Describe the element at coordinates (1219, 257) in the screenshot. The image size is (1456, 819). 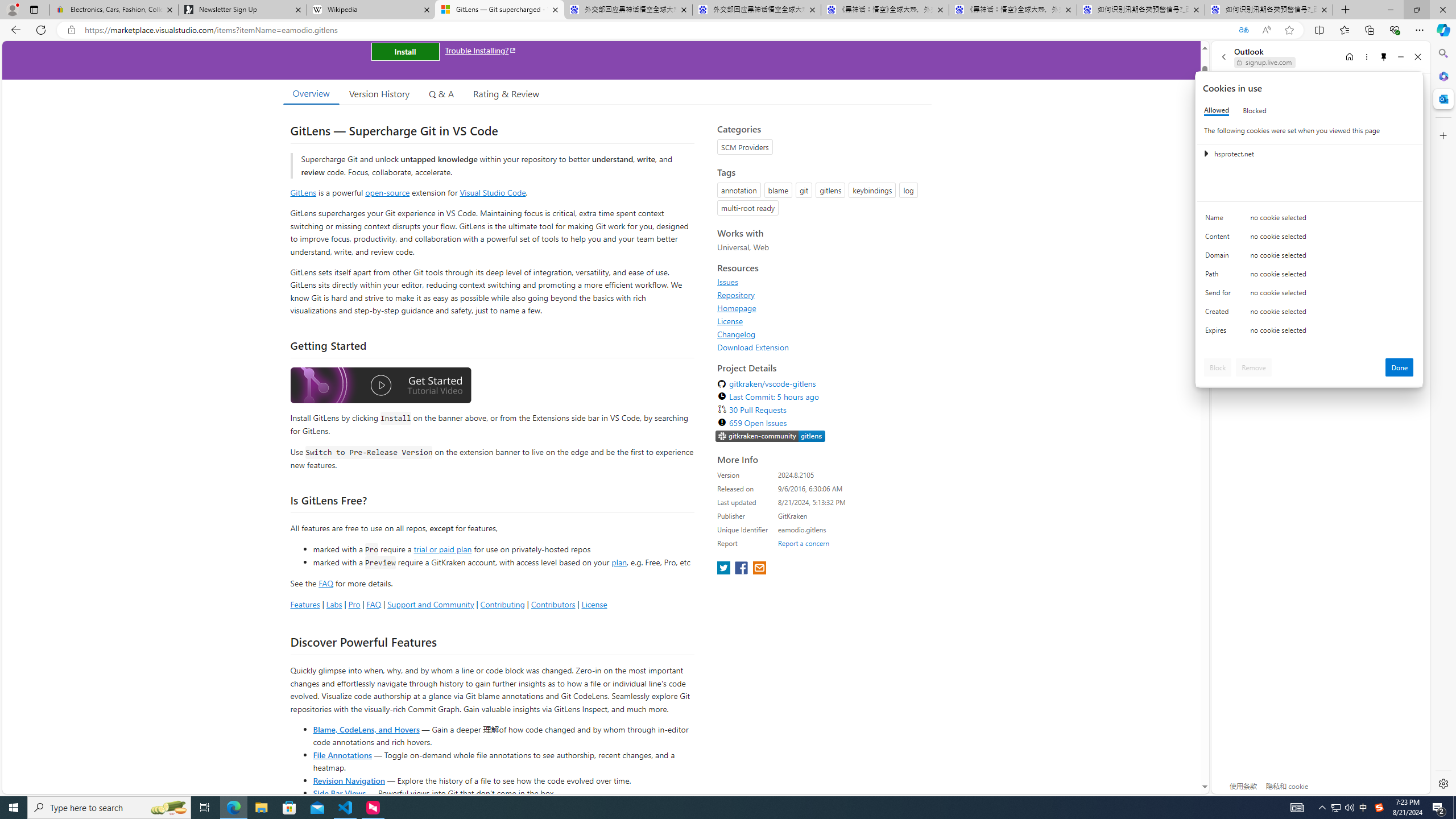
I see `'Domain'` at that location.